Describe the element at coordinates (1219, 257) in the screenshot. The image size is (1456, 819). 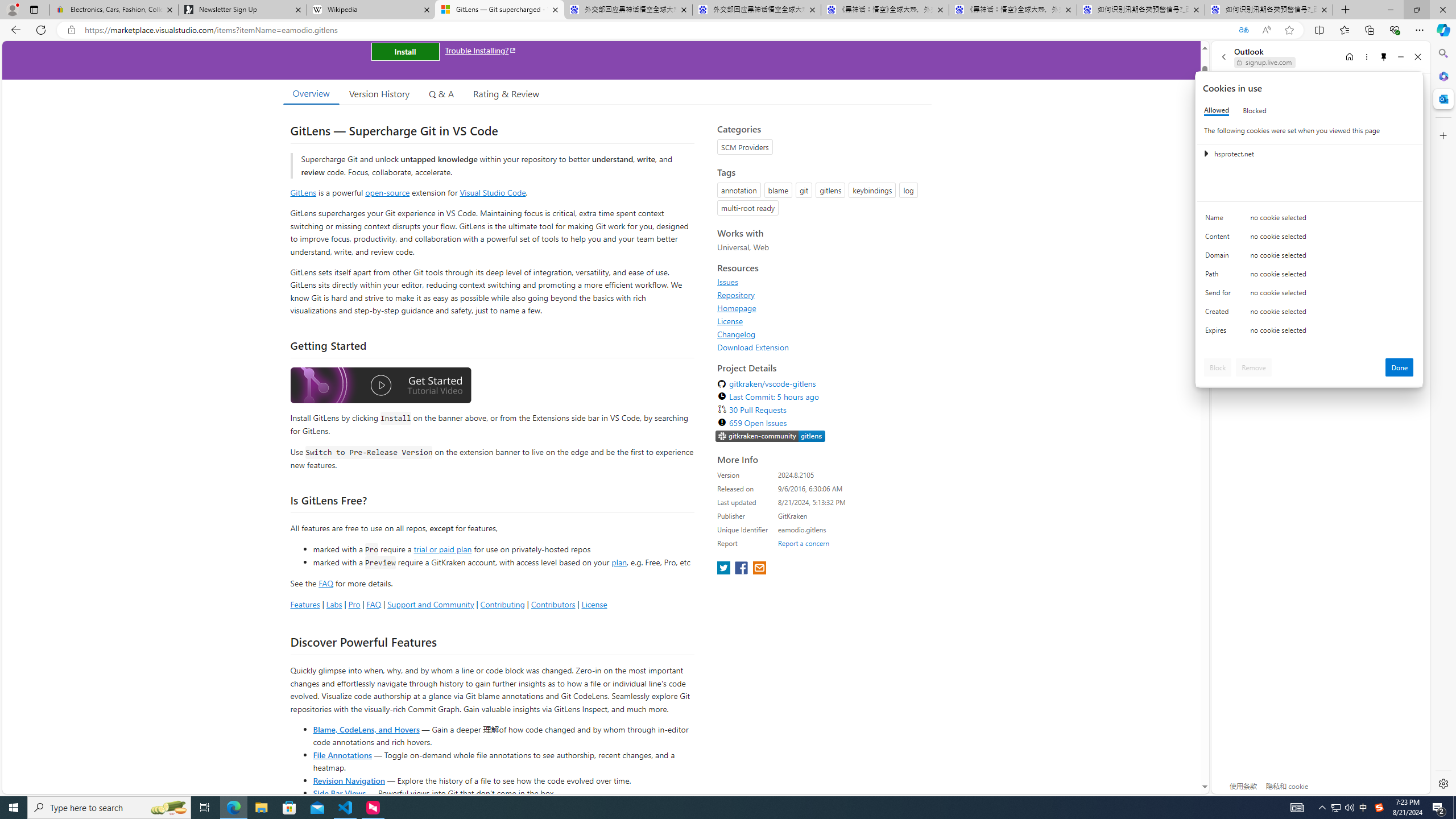
I see `'Domain'` at that location.